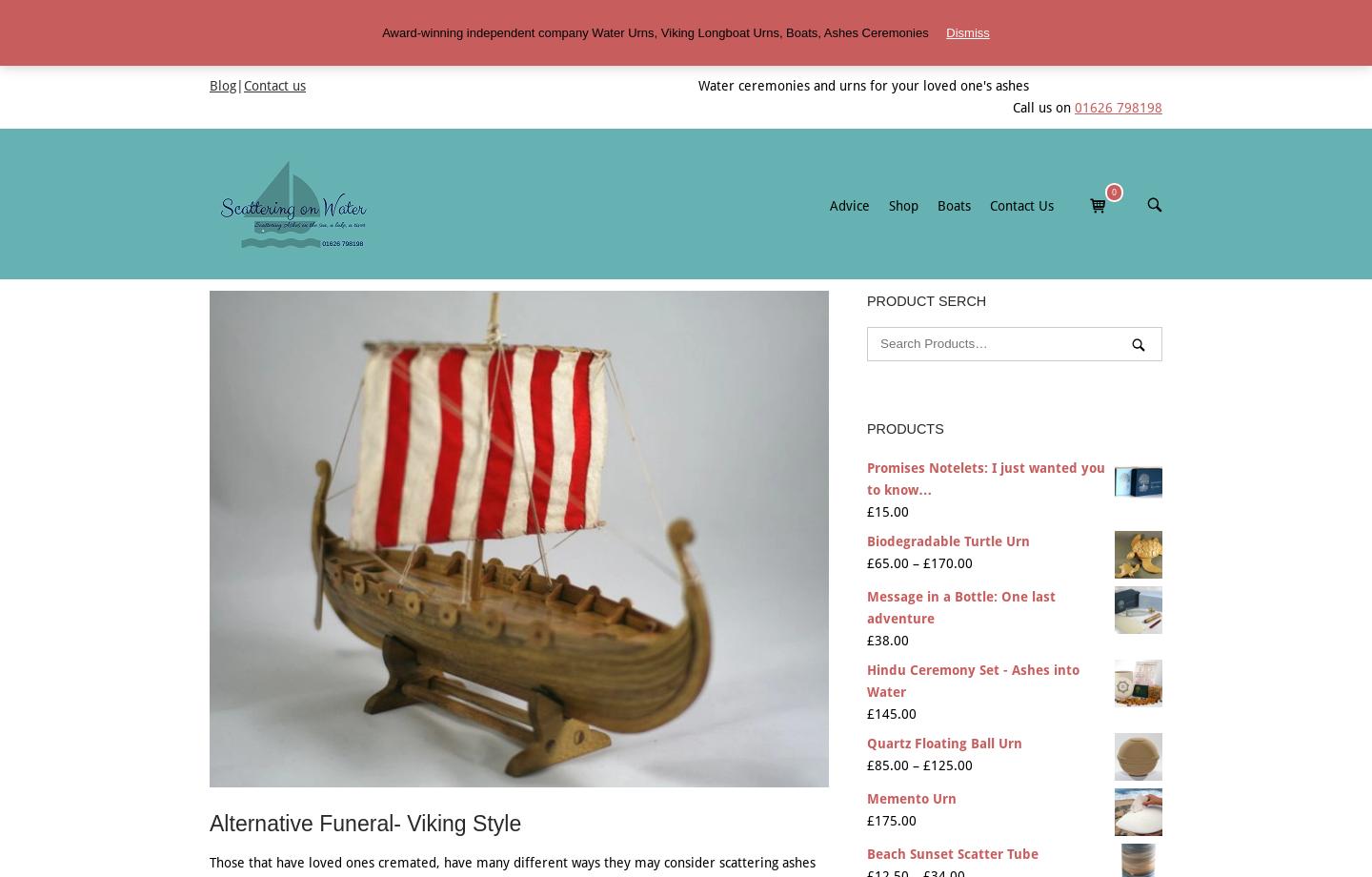  Describe the element at coordinates (1134, 282) in the screenshot. I see `'Family Group (10-20 People)'` at that location.